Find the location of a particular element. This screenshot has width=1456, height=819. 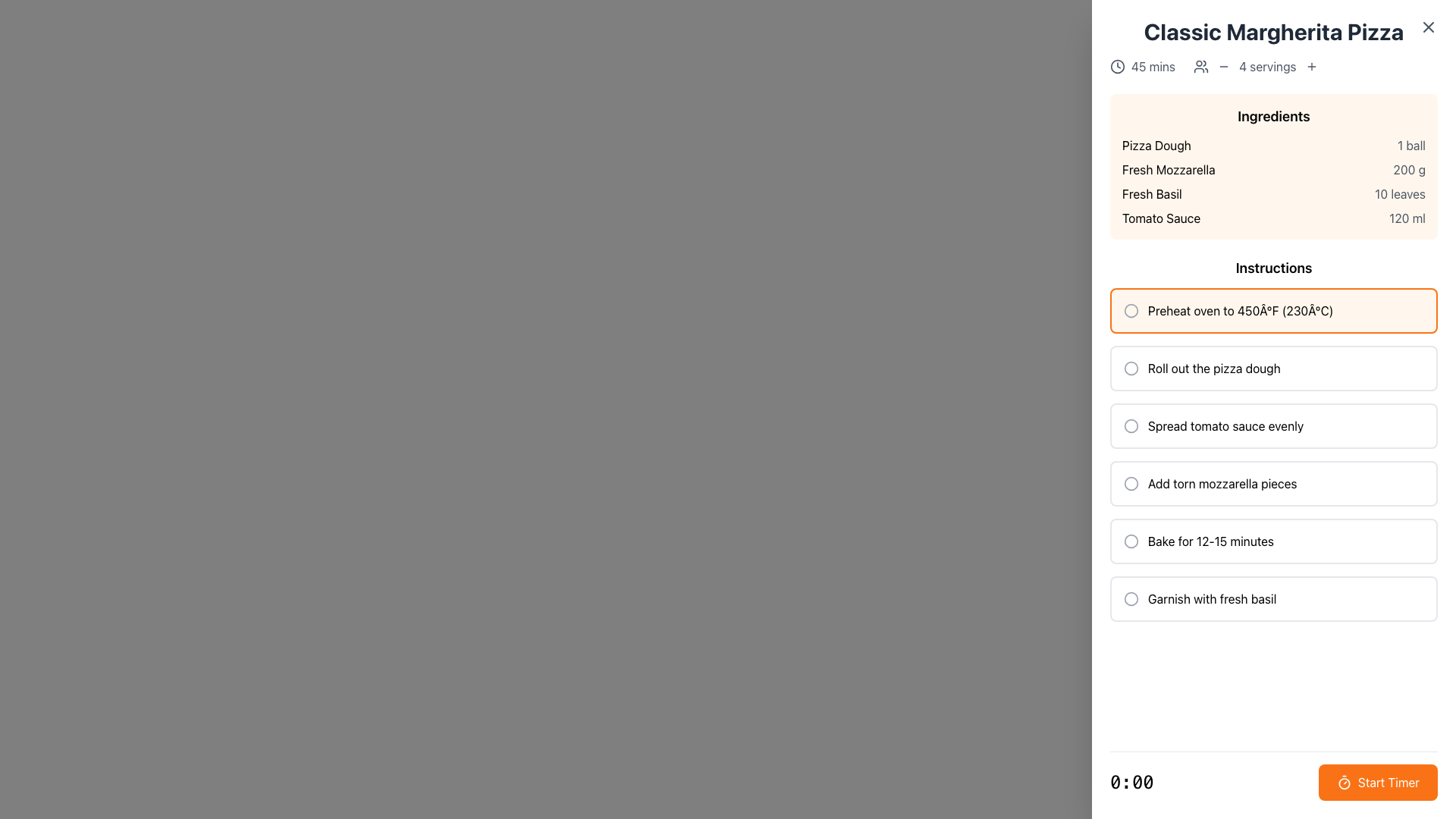

the small, circular button with a minus sign icon, located to the left of the '4 servings' label, to decrease the serving count is located at coordinates (1224, 66).